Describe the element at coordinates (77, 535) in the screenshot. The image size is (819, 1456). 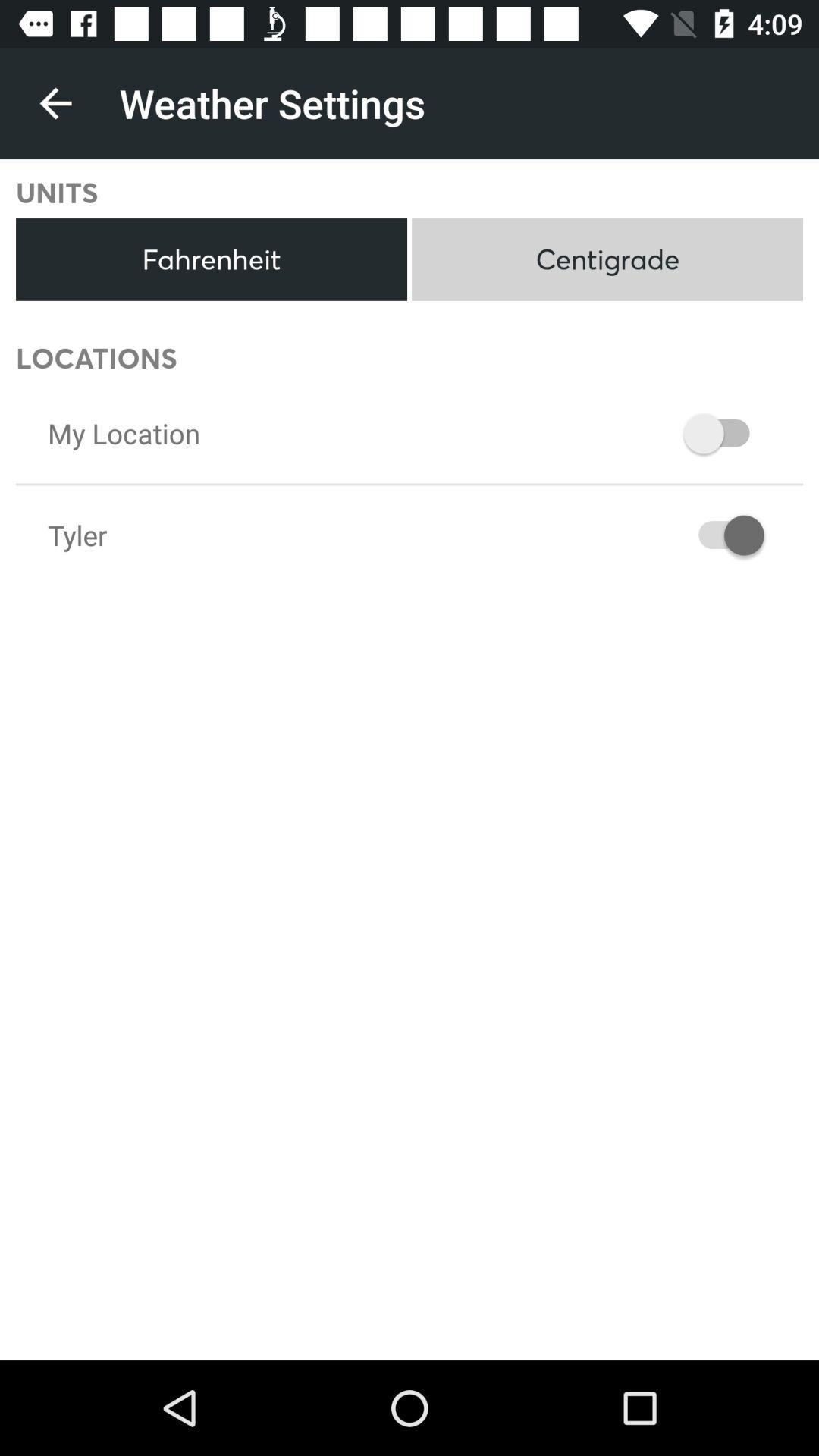
I see `the item on the left` at that location.